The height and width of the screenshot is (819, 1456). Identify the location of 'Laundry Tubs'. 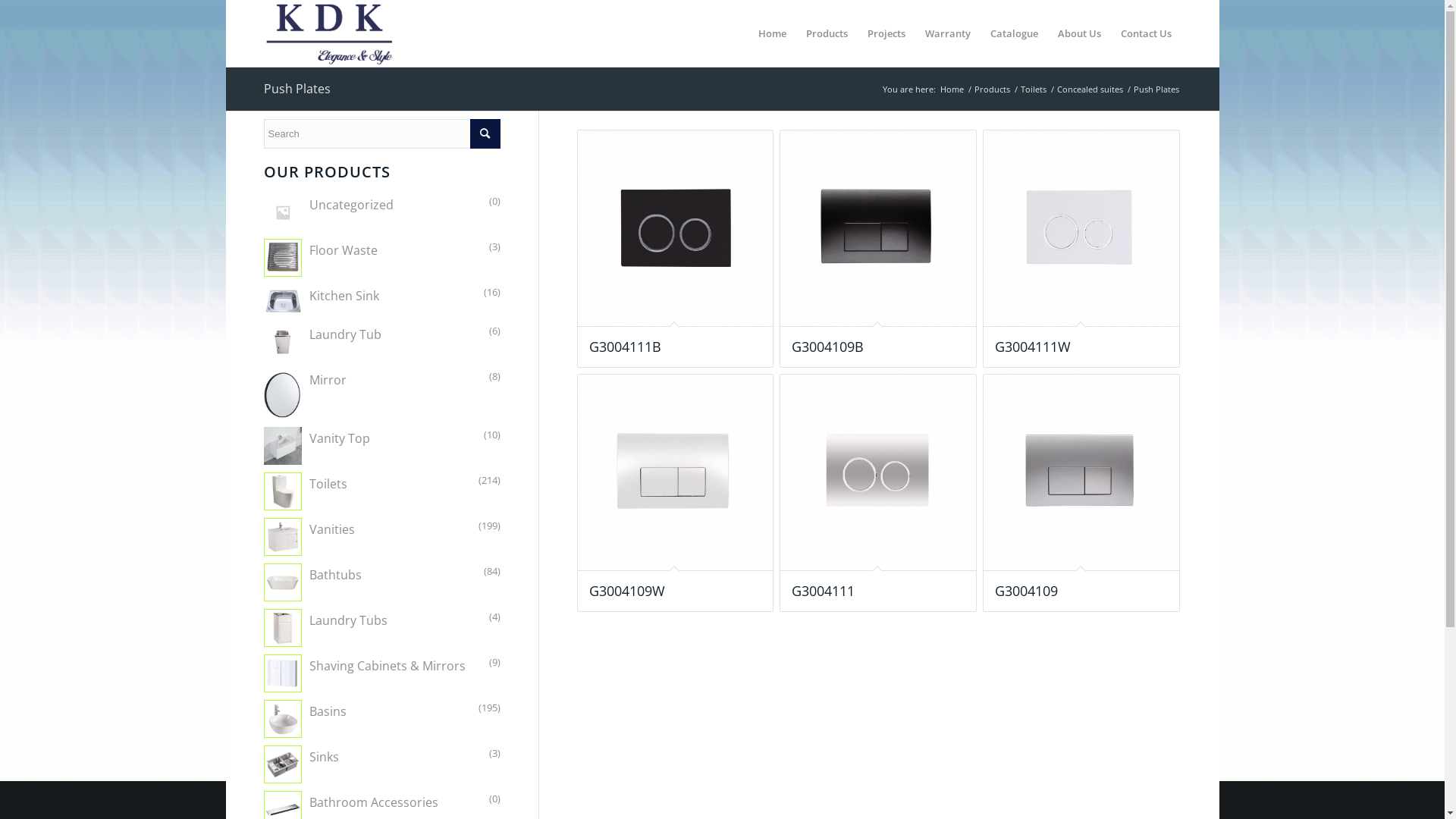
(325, 628).